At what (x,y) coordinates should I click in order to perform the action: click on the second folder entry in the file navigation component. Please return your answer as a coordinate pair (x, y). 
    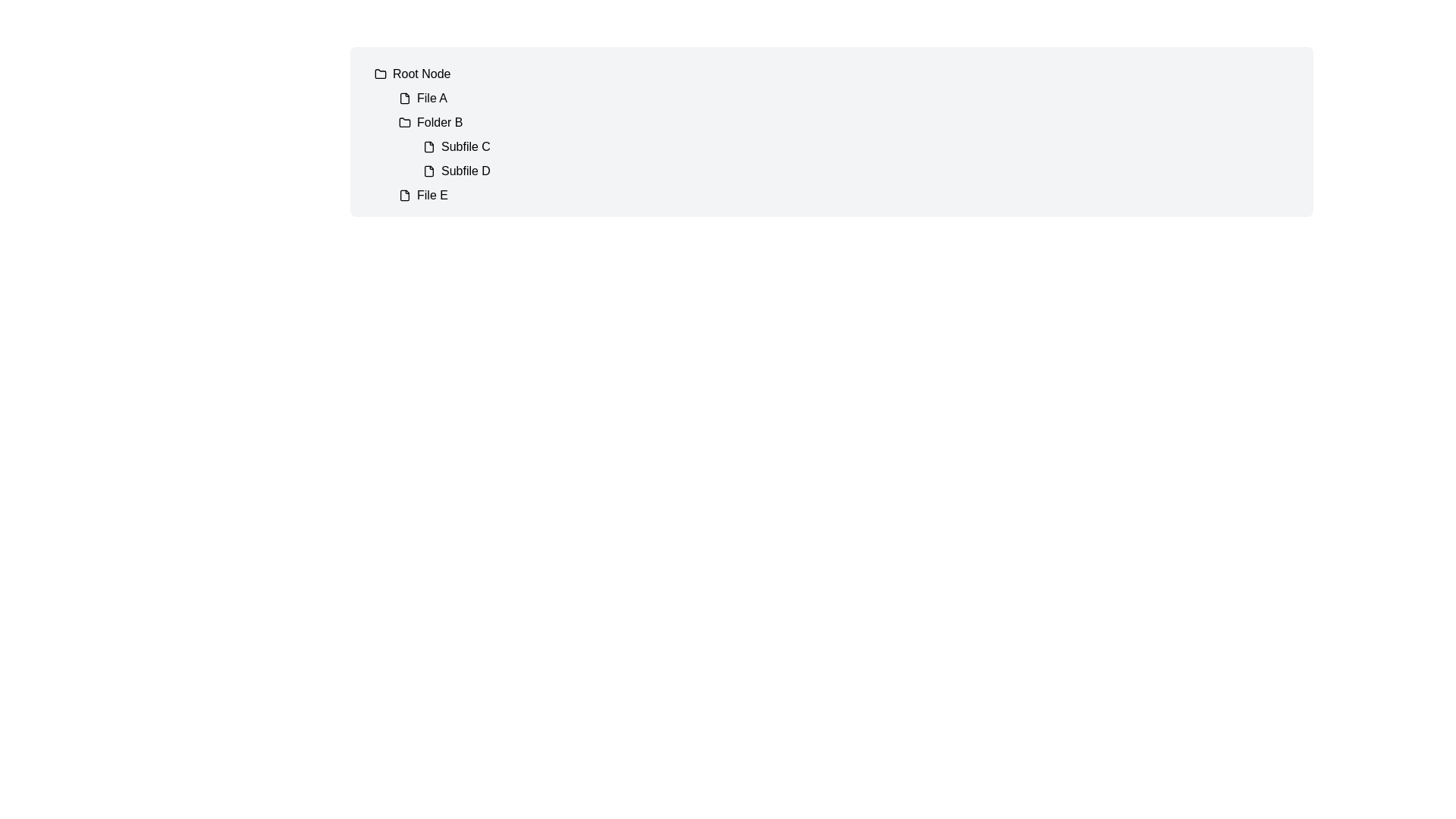
    Looking at the image, I should click on (850, 146).